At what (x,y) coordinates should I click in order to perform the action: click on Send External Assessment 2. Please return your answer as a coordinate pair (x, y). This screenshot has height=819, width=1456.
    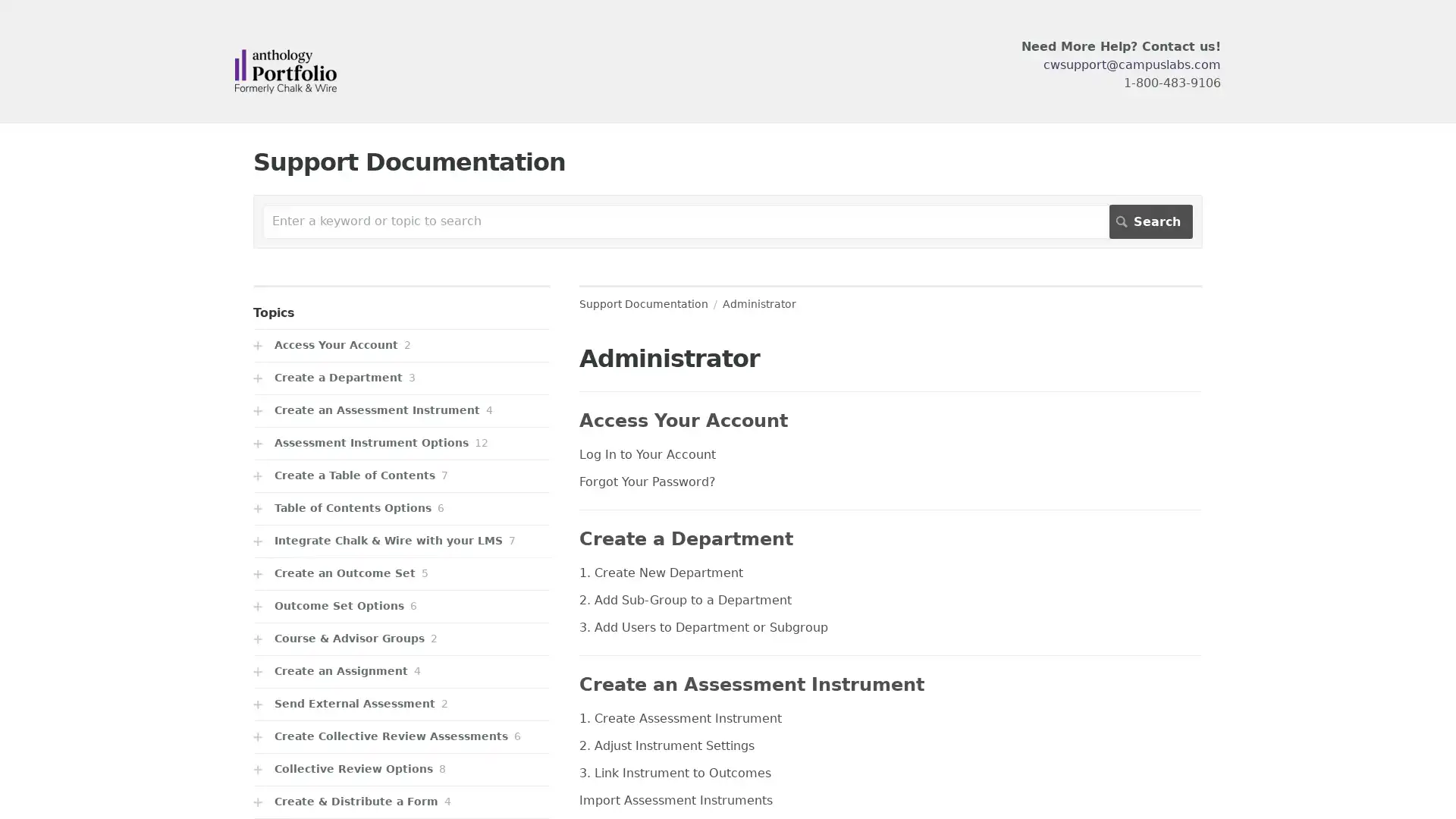
    Looking at the image, I should click on (401, 704).